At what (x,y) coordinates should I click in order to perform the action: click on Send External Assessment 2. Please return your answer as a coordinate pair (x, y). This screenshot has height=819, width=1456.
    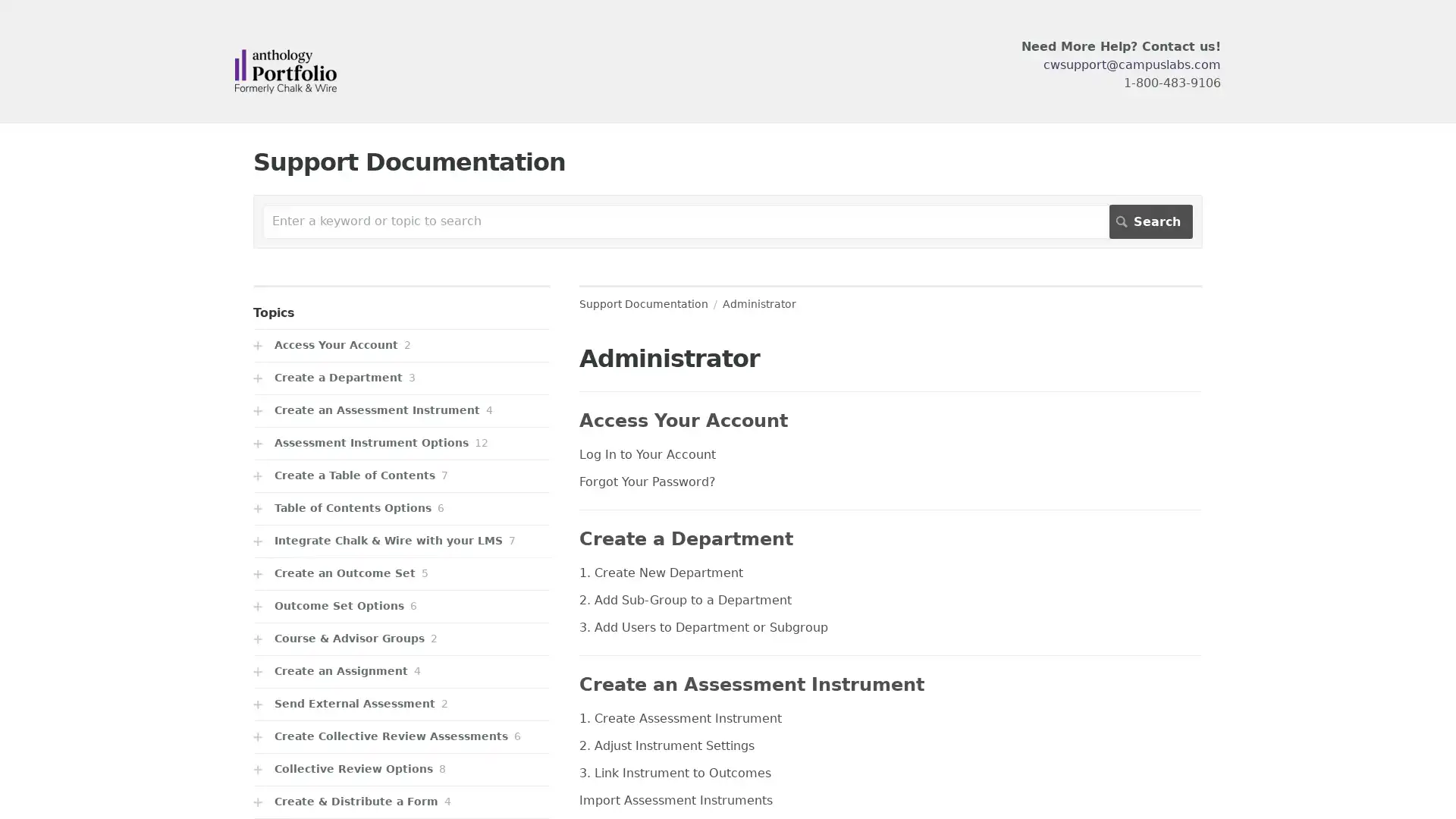
    Looking at the image, I should click on (401, 704).